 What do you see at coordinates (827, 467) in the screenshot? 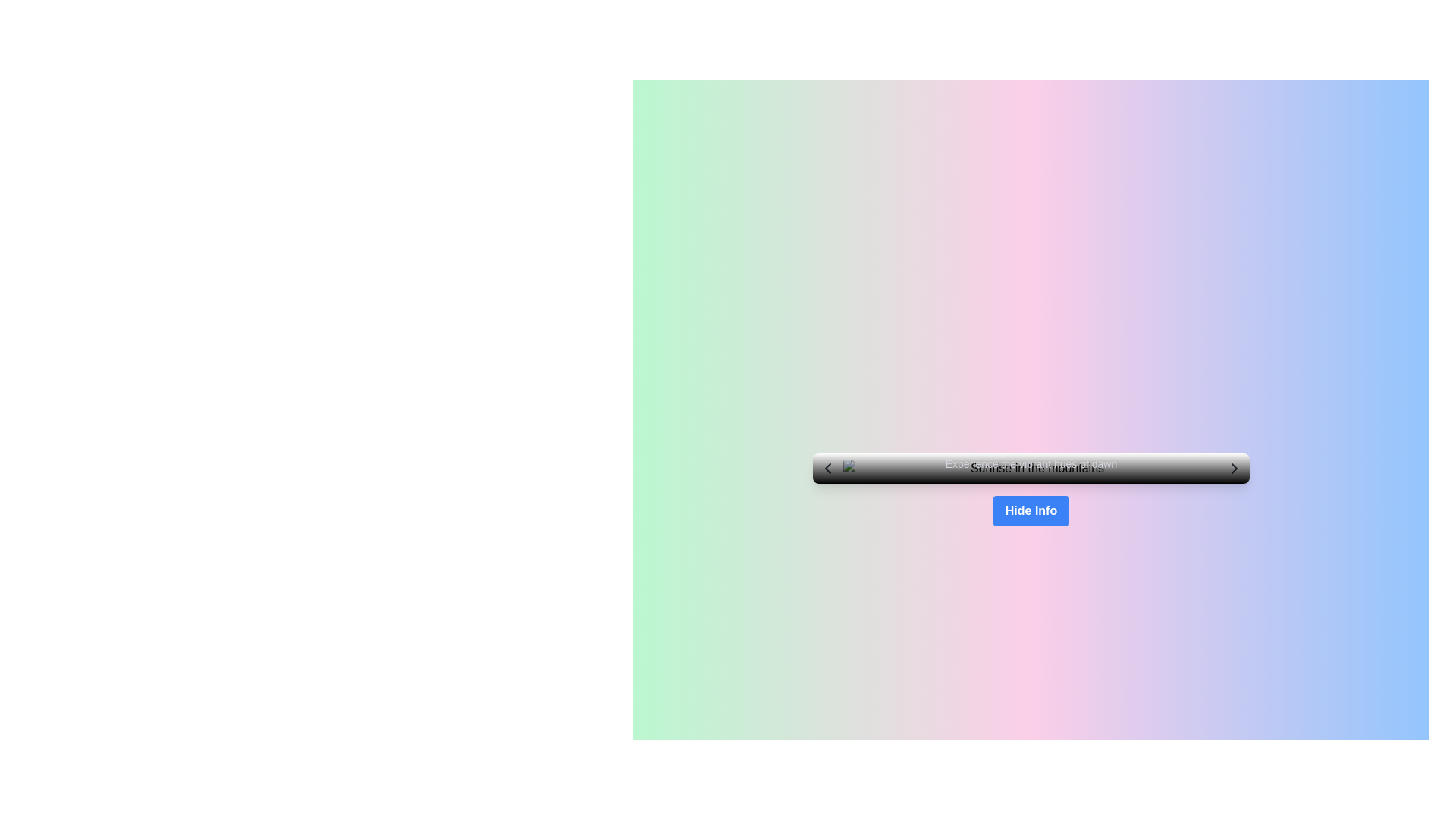
I see `the navigation button located on the left side of the horizontal control bar, adjacent to the text displaying 'Sunrise in the mountains' and 'Experience the vibrant hues of dawn'` at bounding box center [827, 467].